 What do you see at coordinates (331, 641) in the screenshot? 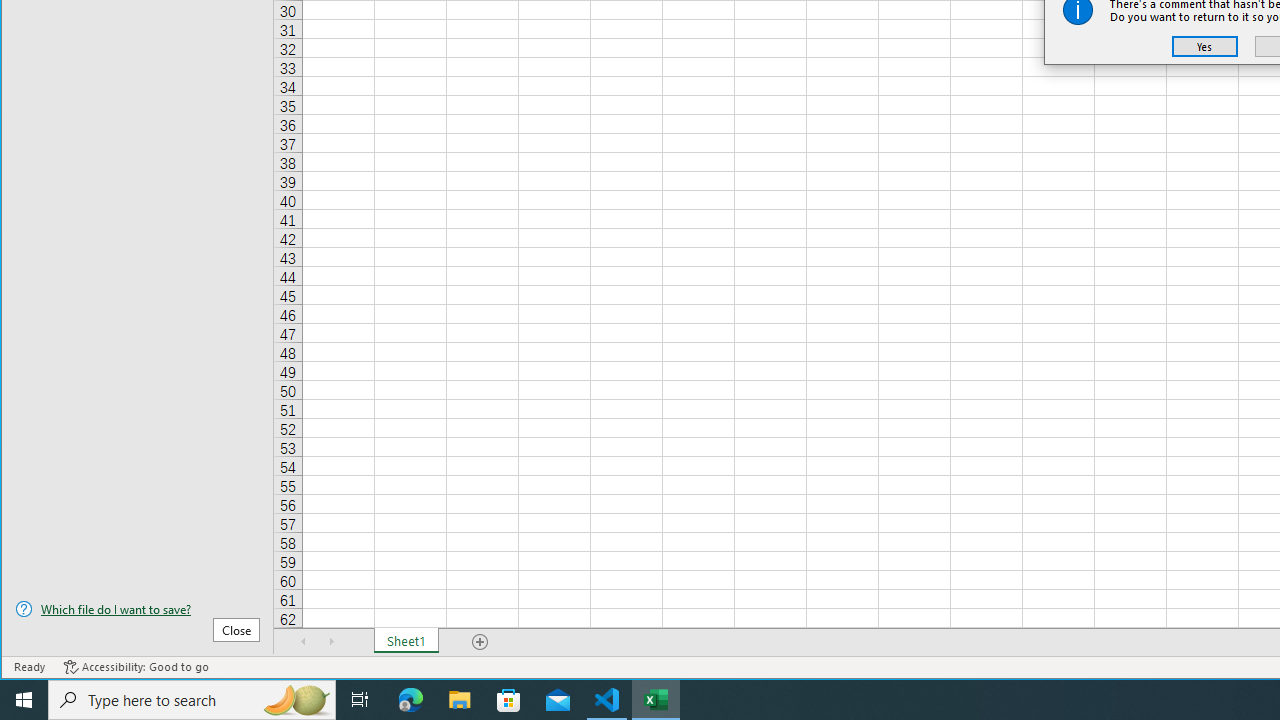
I see `'Scroll Right'` at bounding box center [331, 641].